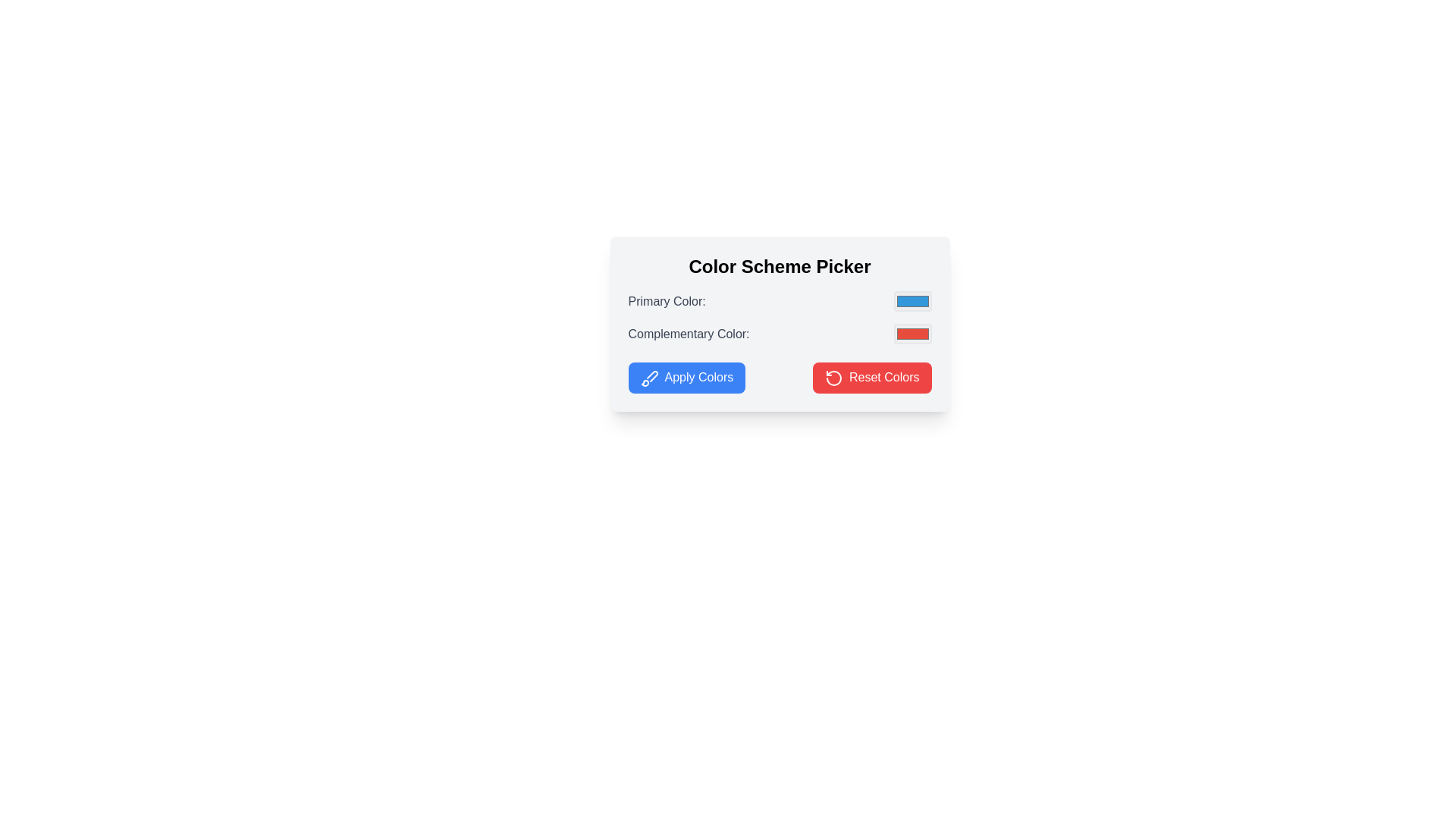 Image resolution: width=1456 pixels, height=819 pixels. What do you see at coordinates (780, 323) in the screenshot?
I see `the 'Color Scheme Picker' panel` at bounding box center [780, 323].